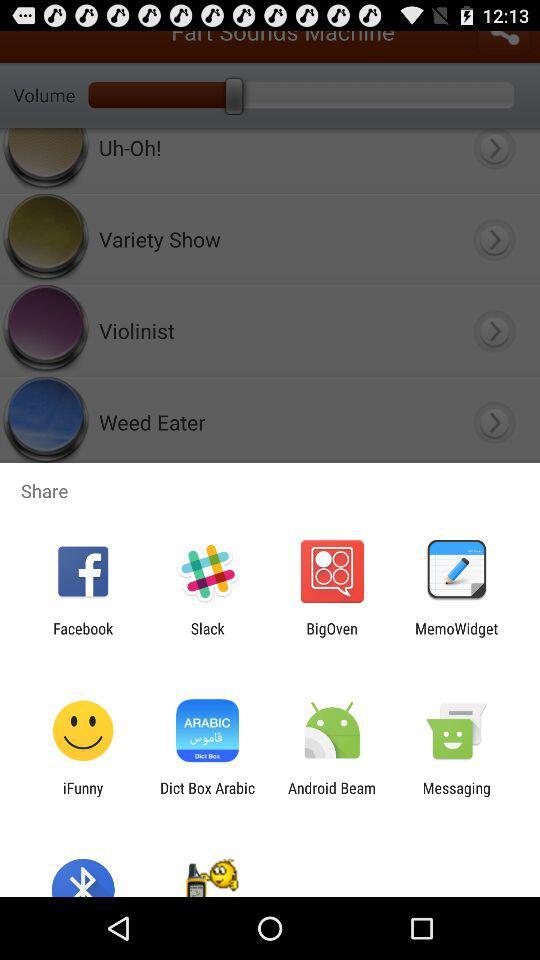 The width and height of the screenshot is (540, 960). I want to click on the item next to bigoven icon, so click(206, 636).